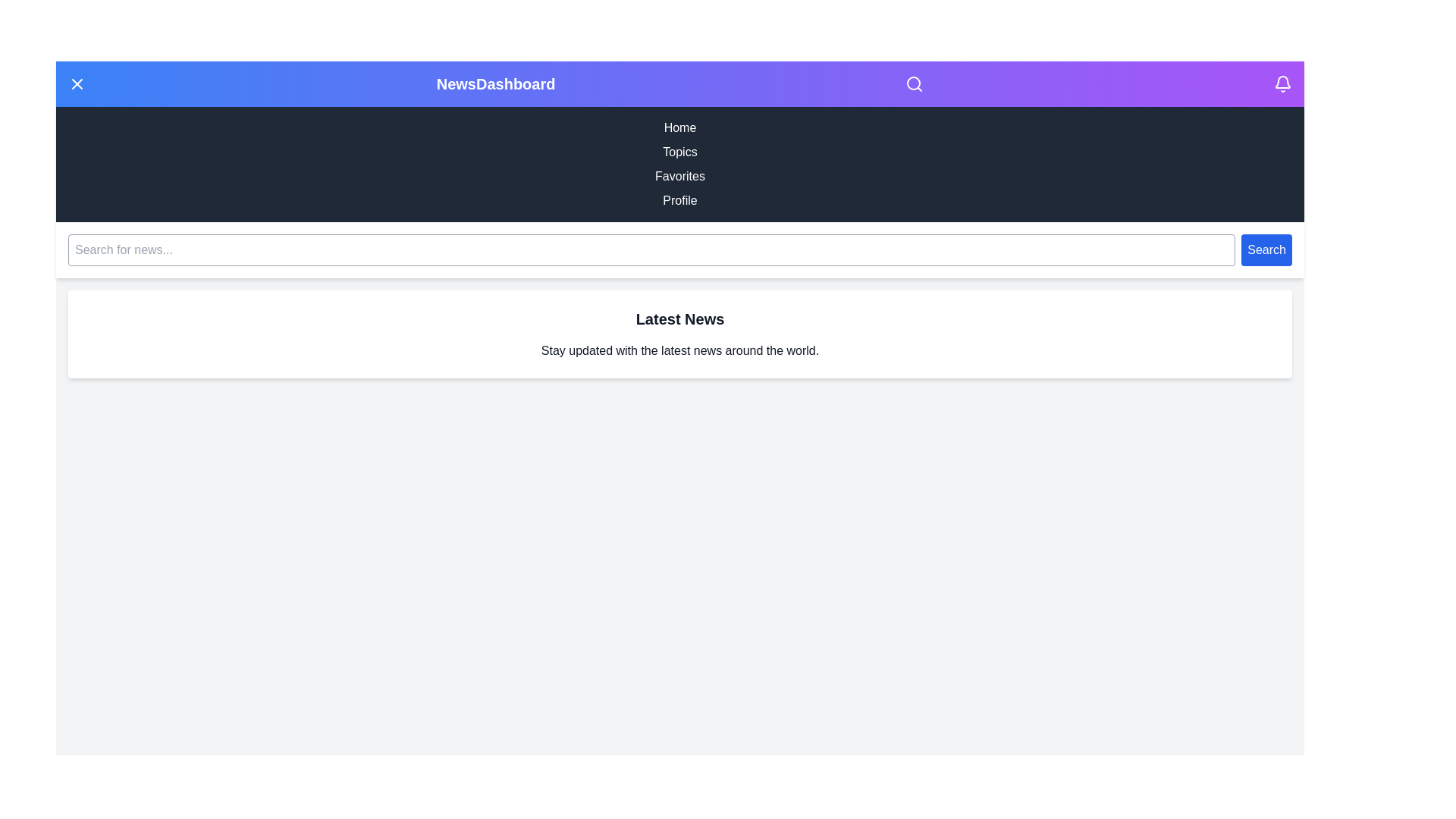  Describe the element at coordinates (914, 84) in the screenshot. I see `the search button to toggle the visibility of the search bar` at that location.